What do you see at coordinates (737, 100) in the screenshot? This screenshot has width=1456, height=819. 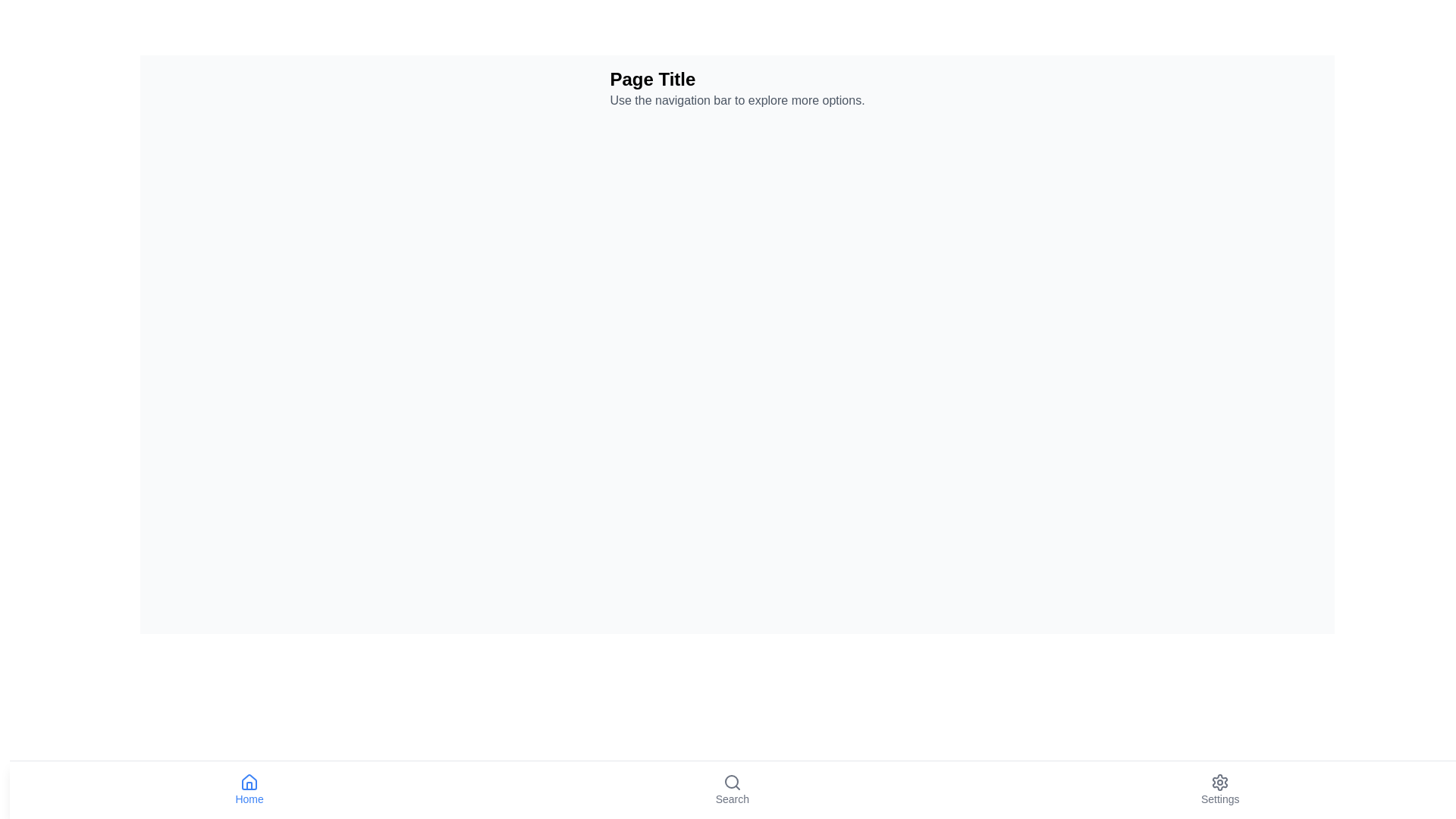 I see `the static text label located below the 'Page Title' heading, which guides users about the navigation bar options` at bounding box center [737, 100].